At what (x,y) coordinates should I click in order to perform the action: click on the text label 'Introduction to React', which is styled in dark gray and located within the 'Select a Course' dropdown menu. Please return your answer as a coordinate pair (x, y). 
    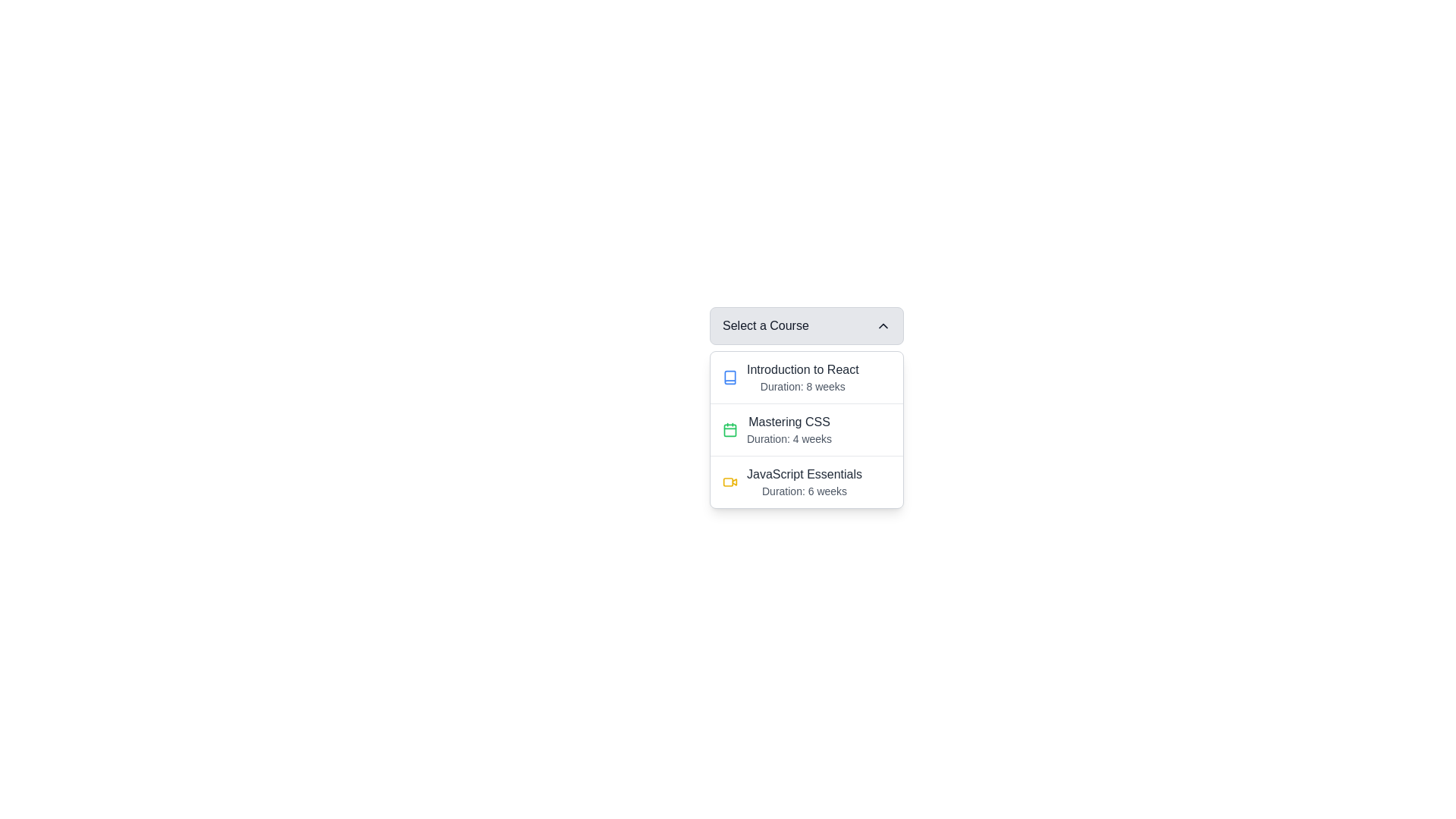
    Looking at the image, I should click on (802, 370).